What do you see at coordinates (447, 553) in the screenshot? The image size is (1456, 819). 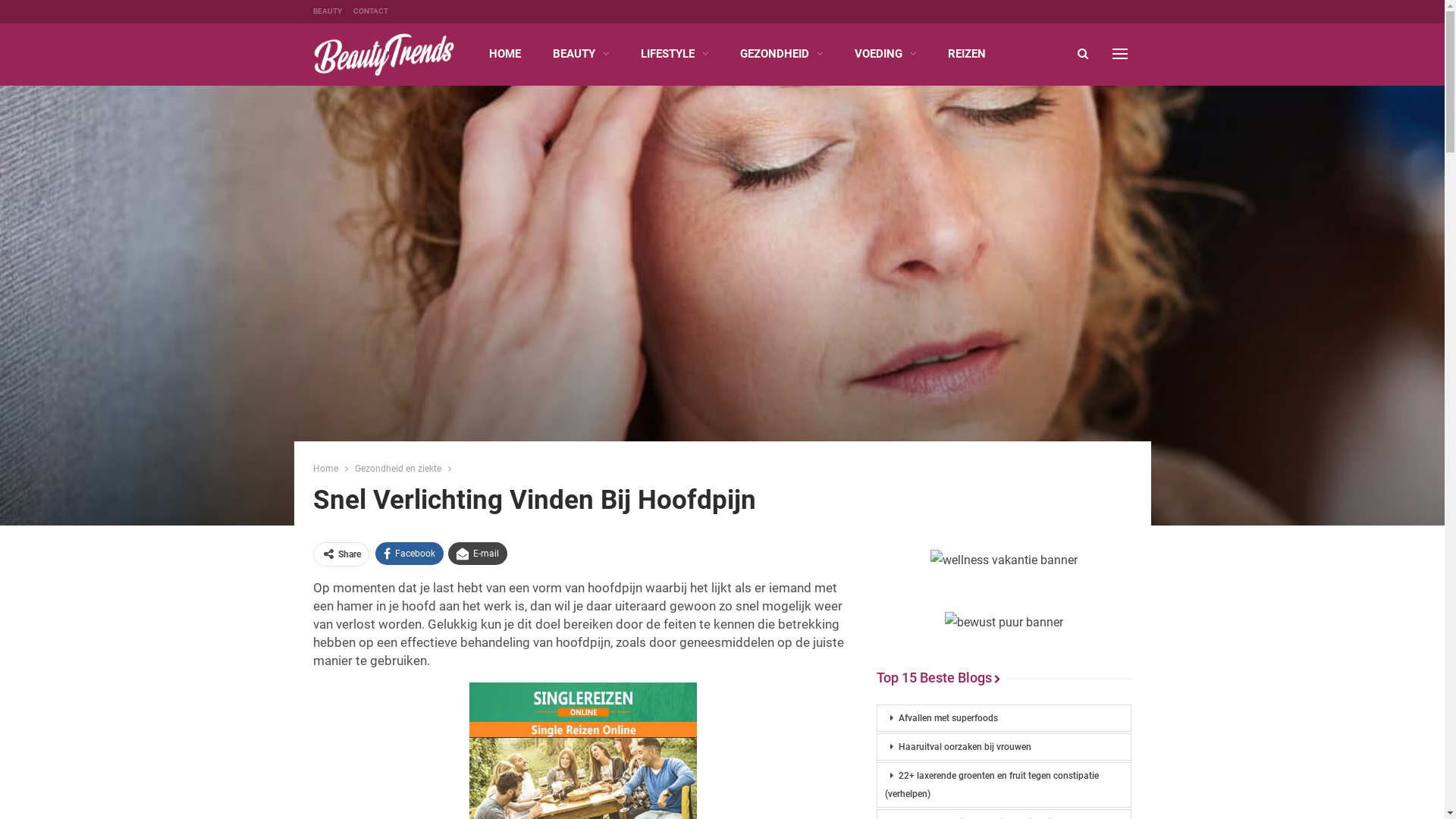 I see `'E-mail'` at bounding box center [447, 553].